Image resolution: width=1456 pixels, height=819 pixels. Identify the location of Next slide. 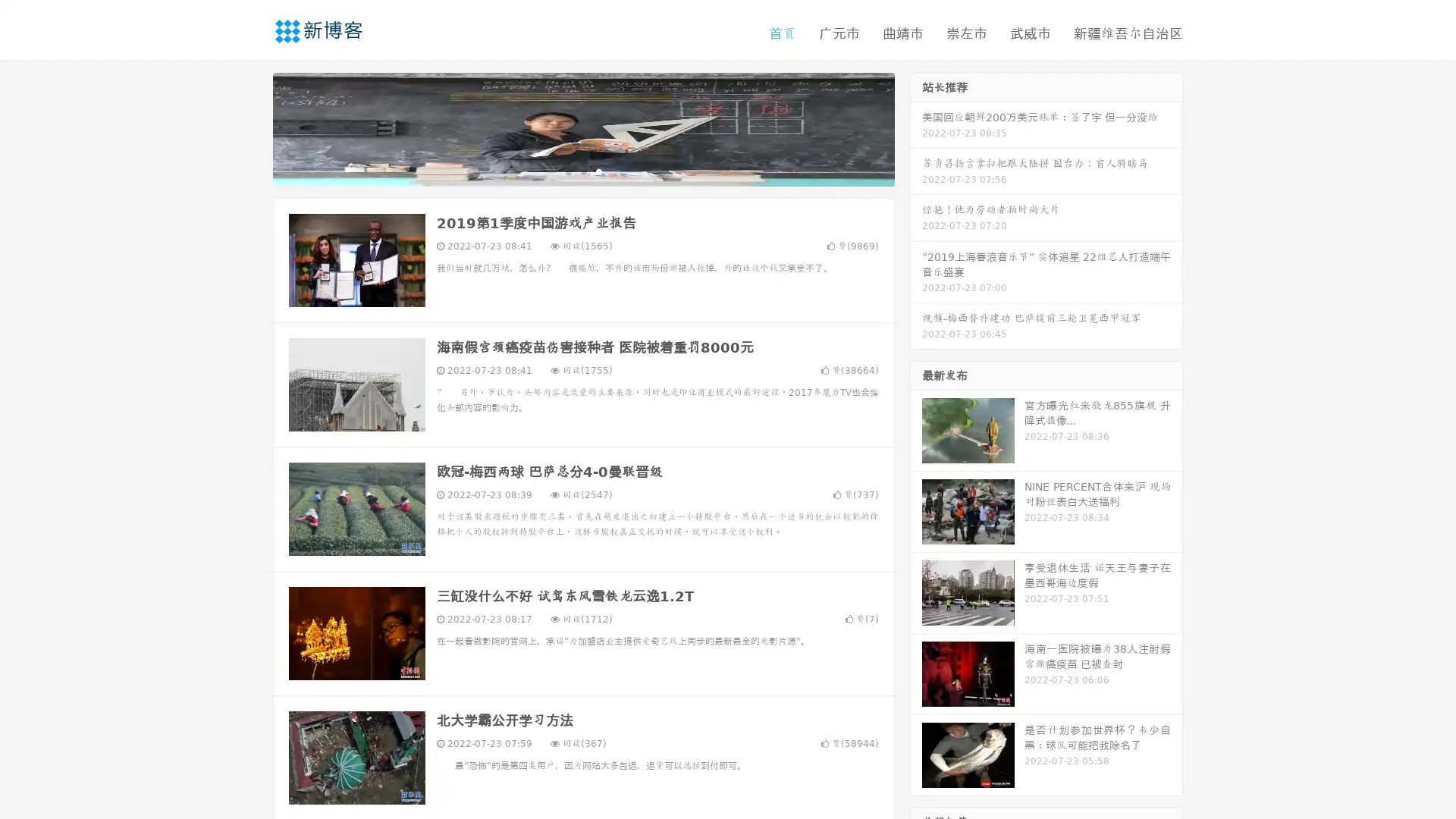
(916, 127).